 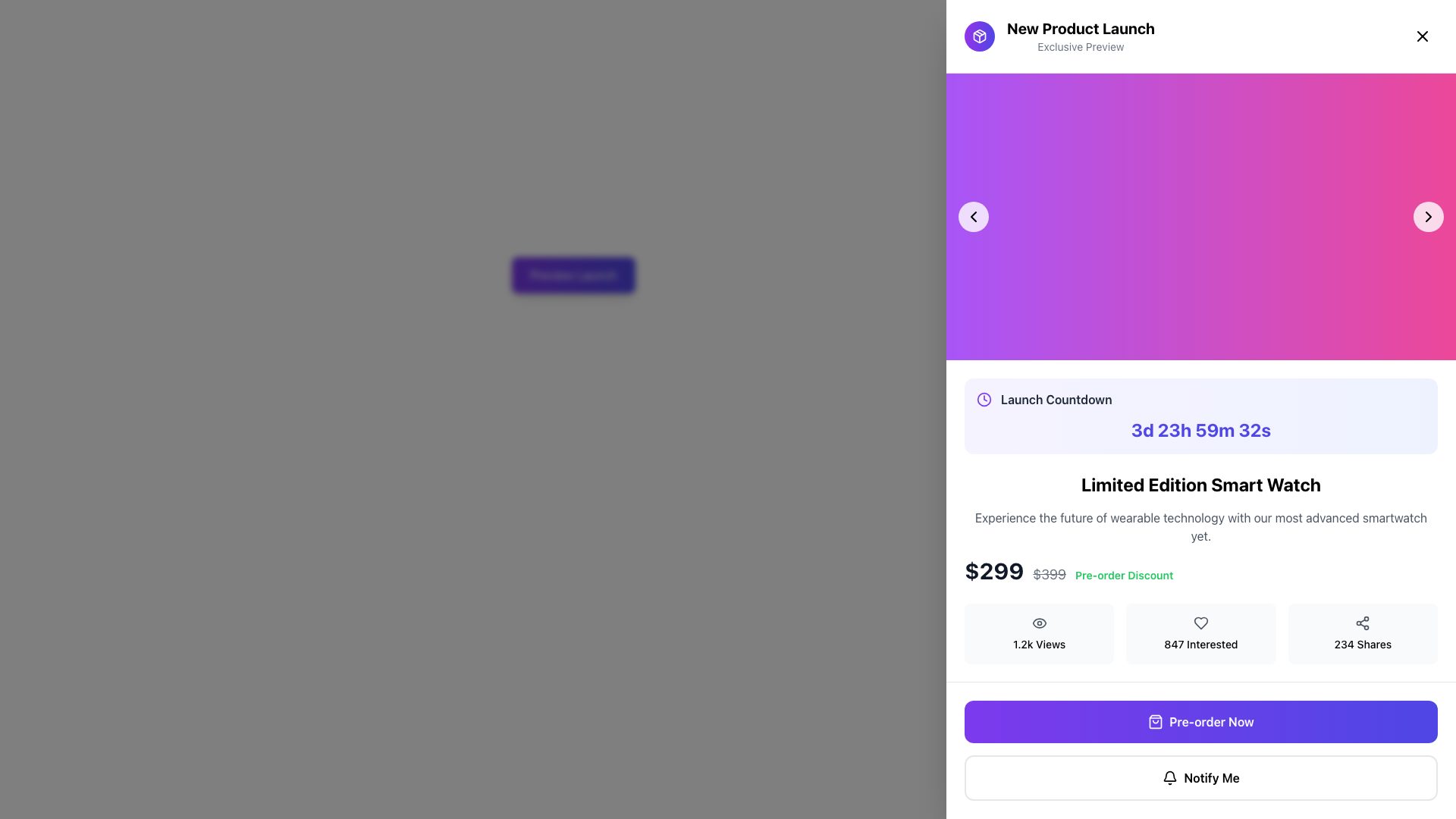 What do you see at coordinates (1363, 634) in the screenshot?
I see `the Informative card displaying '234 Shares', which is a rectangular box with a light gray background and a shared network icon, located in the third column of the grid layout` at bounding box center [1363, 634].